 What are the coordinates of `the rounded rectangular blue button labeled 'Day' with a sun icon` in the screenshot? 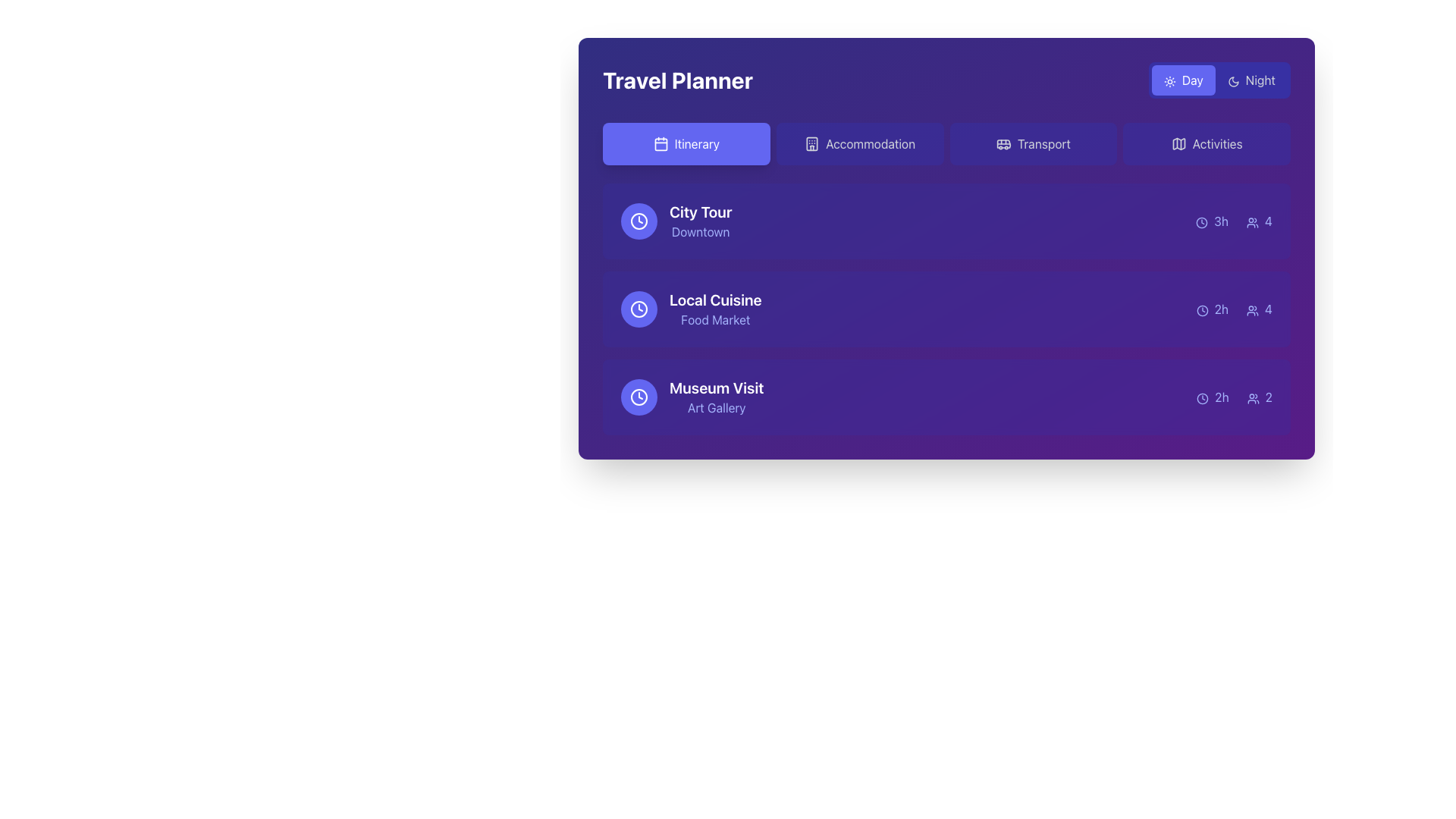 It's located at (1182, 80).